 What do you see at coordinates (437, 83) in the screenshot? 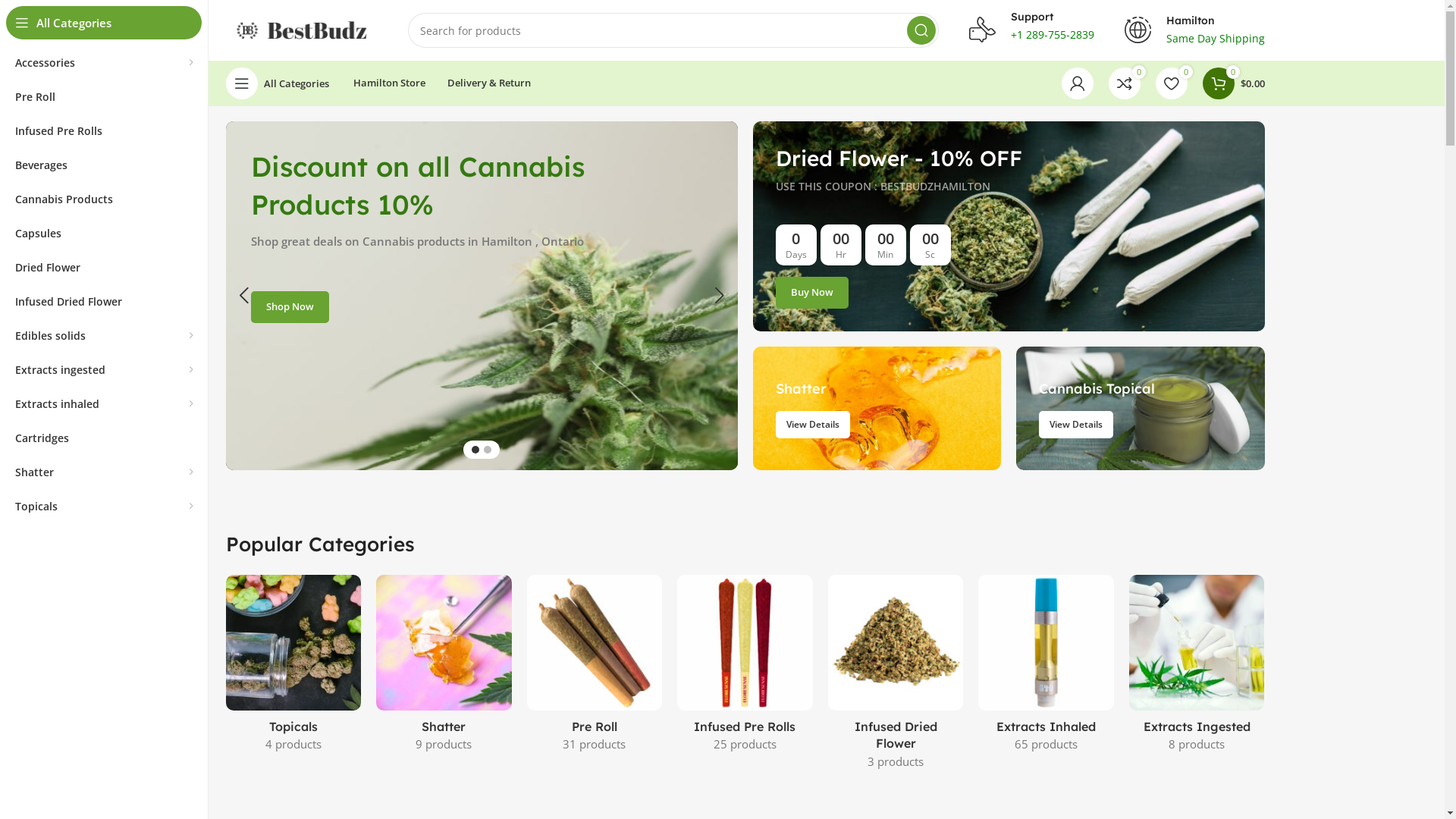
I see `'Delivery & Return'` at bounding box center [437, 83].